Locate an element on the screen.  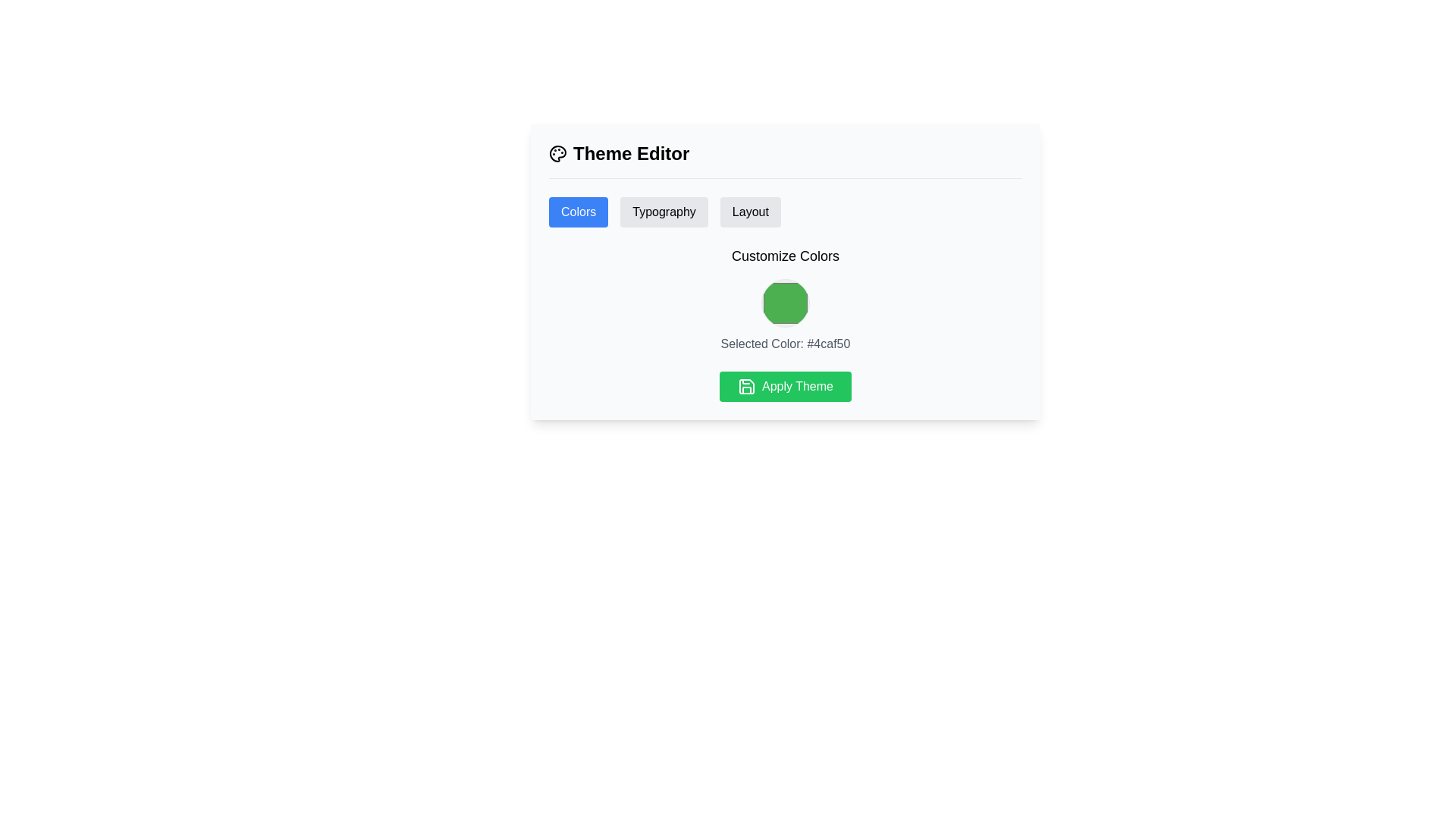
the visual color representation component located in the 'Theme Editor' section below the 'Colors', 'Typography', and 'Layout' tabs is located at coordinates (786, 299).